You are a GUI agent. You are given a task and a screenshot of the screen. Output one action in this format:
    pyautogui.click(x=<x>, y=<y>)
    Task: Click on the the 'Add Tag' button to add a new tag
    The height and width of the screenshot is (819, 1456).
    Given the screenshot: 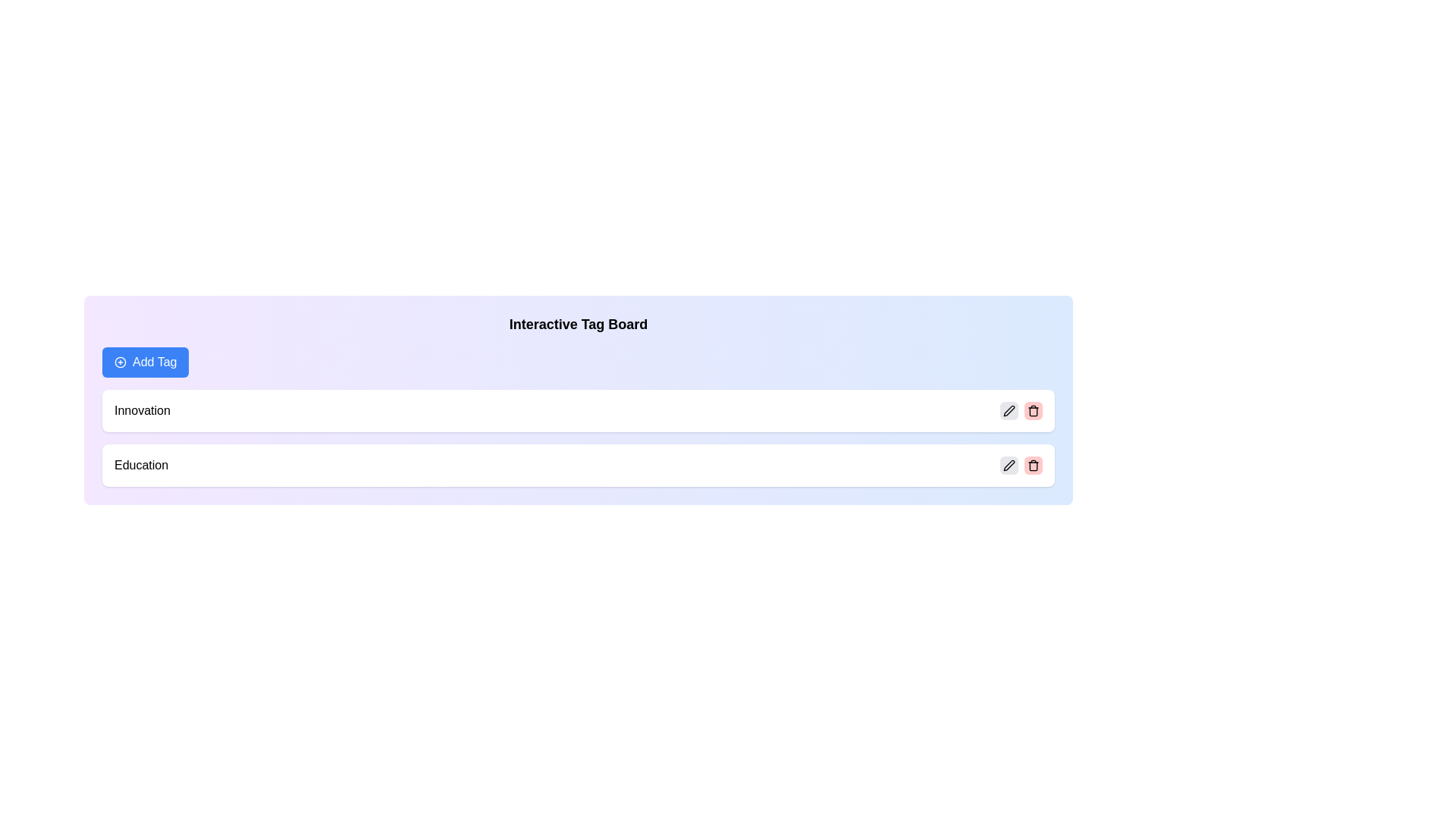 What is the action you would take?
    pyautogui.click(x=146, y=362)
    